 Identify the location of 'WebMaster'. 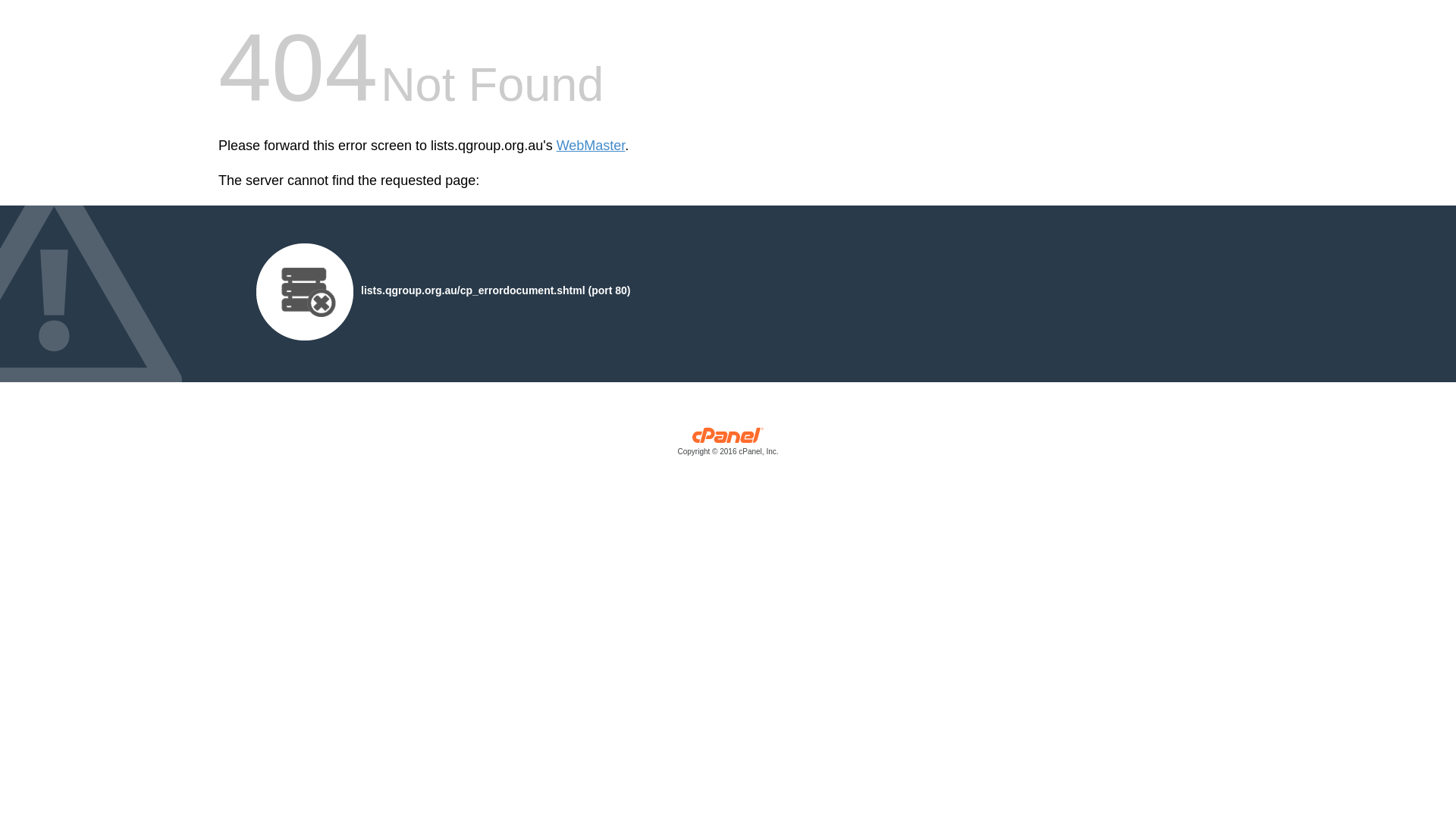
(590, 146).